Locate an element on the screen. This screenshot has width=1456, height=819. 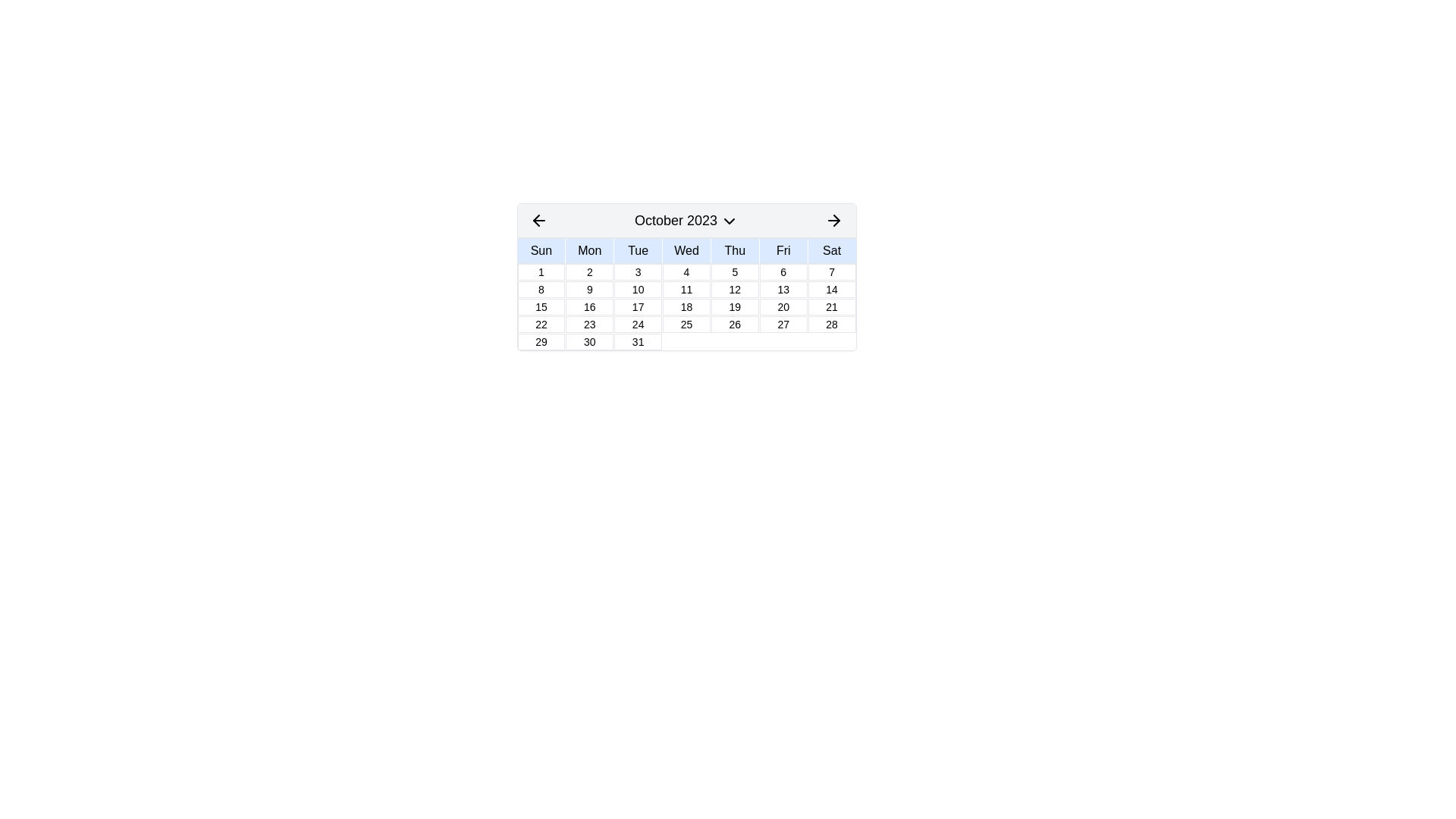
the calendar date tile displaying the number '3', which is located is located at coordinates (638, 271).